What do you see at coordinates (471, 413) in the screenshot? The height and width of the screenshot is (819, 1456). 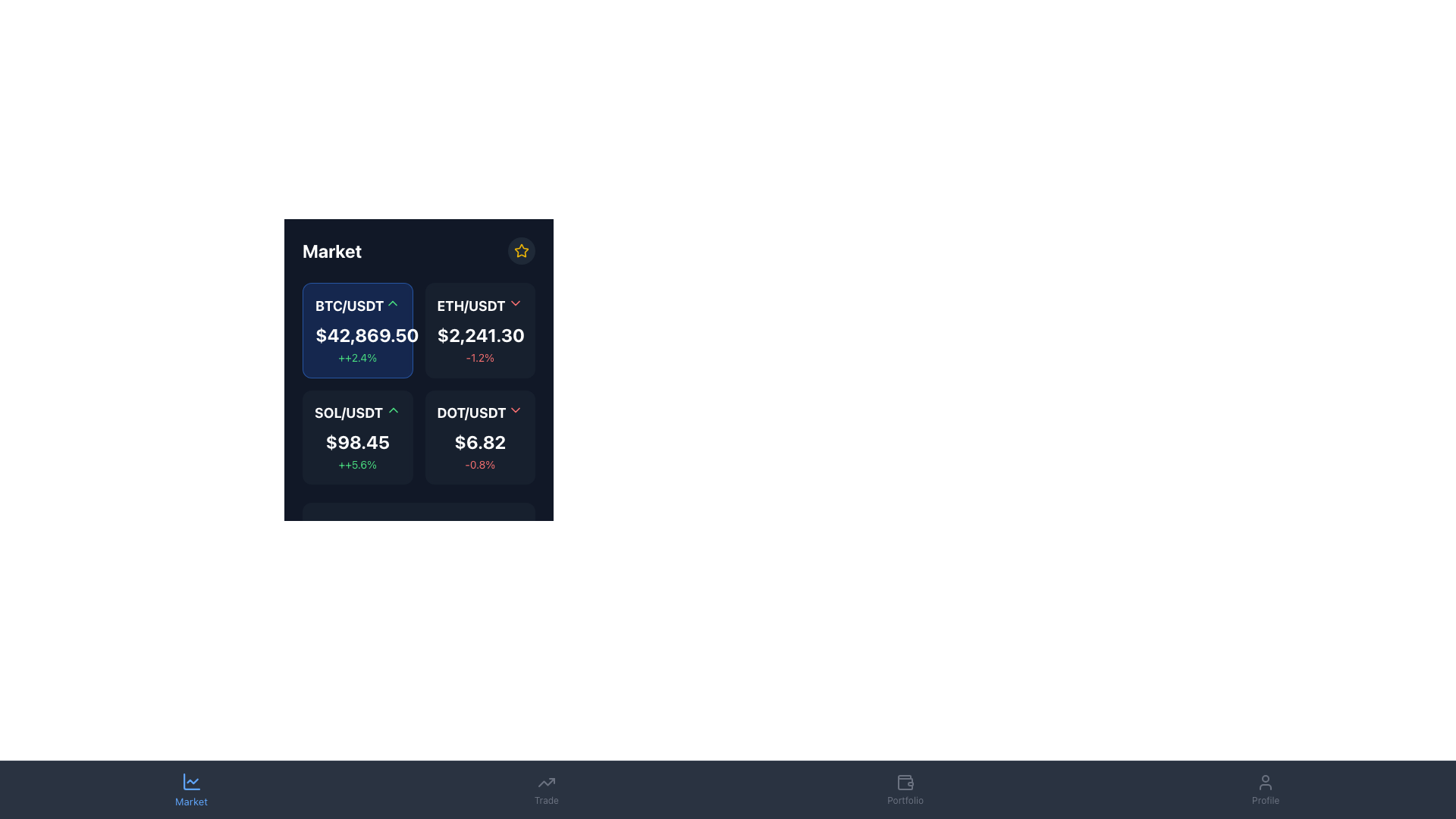 I see `trading pair name displayed as 'DOT/USDT' in bold white text against a dark background, located in the bottom-right section of the market data panel` at bounding box center [471, 413].